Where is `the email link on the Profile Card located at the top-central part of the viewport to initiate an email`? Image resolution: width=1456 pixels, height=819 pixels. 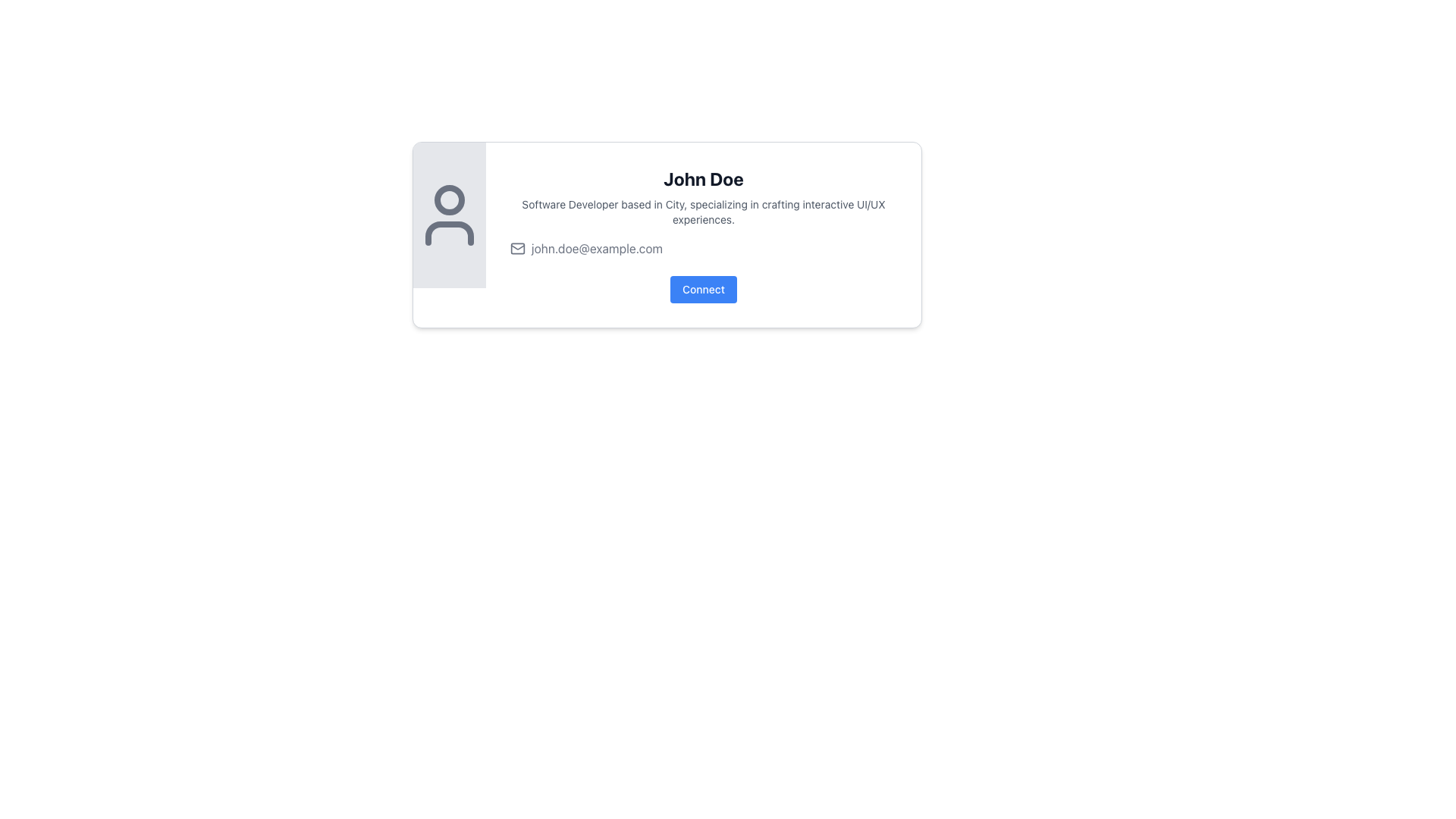
the email link on the Profile Card located at the top-central part of the viewport to initiate an email is located at coordinates (667, 234).